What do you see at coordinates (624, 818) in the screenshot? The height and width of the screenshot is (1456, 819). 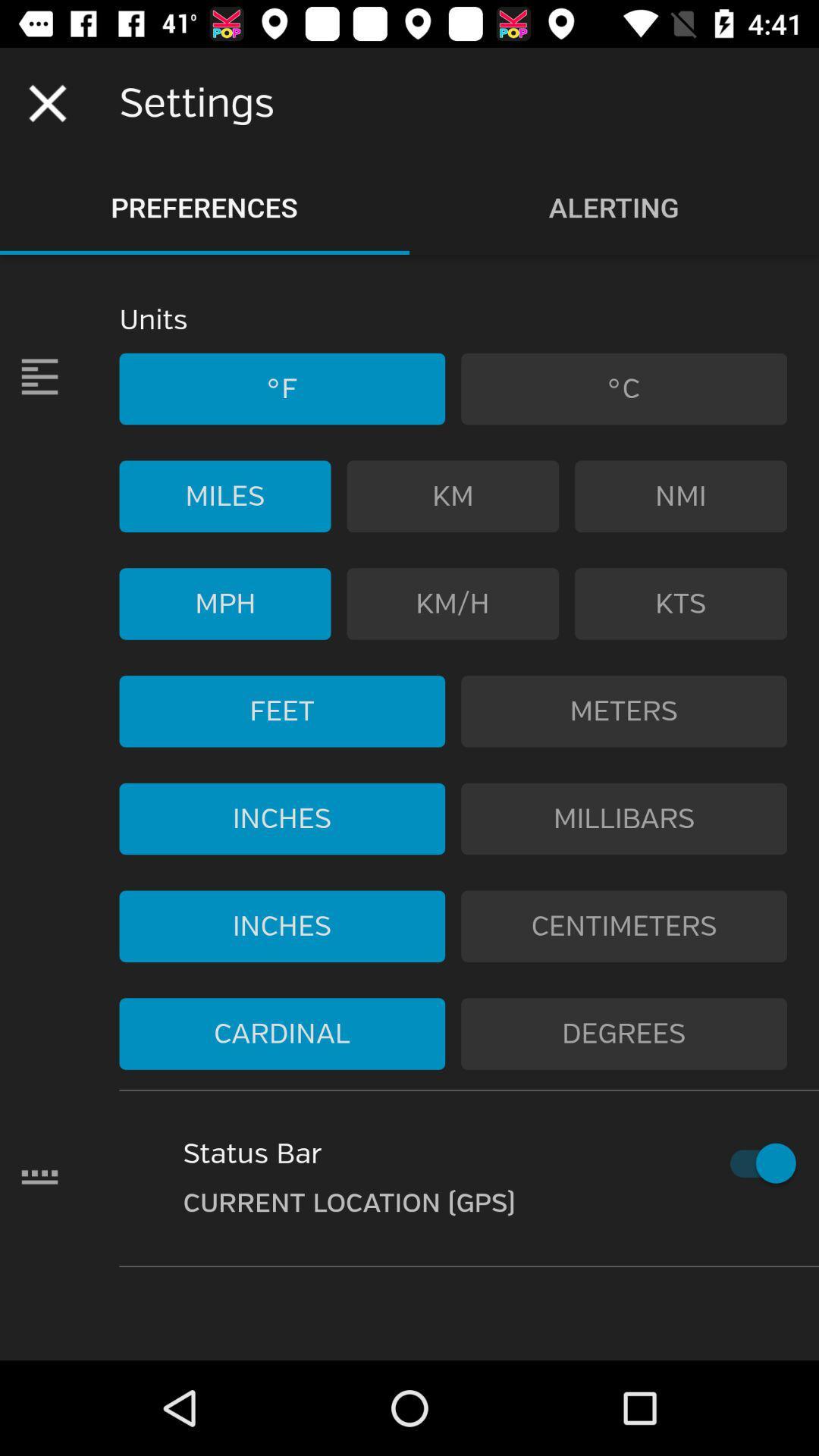 I see `the icon next to inches icon` at bounding box center [624, 818].